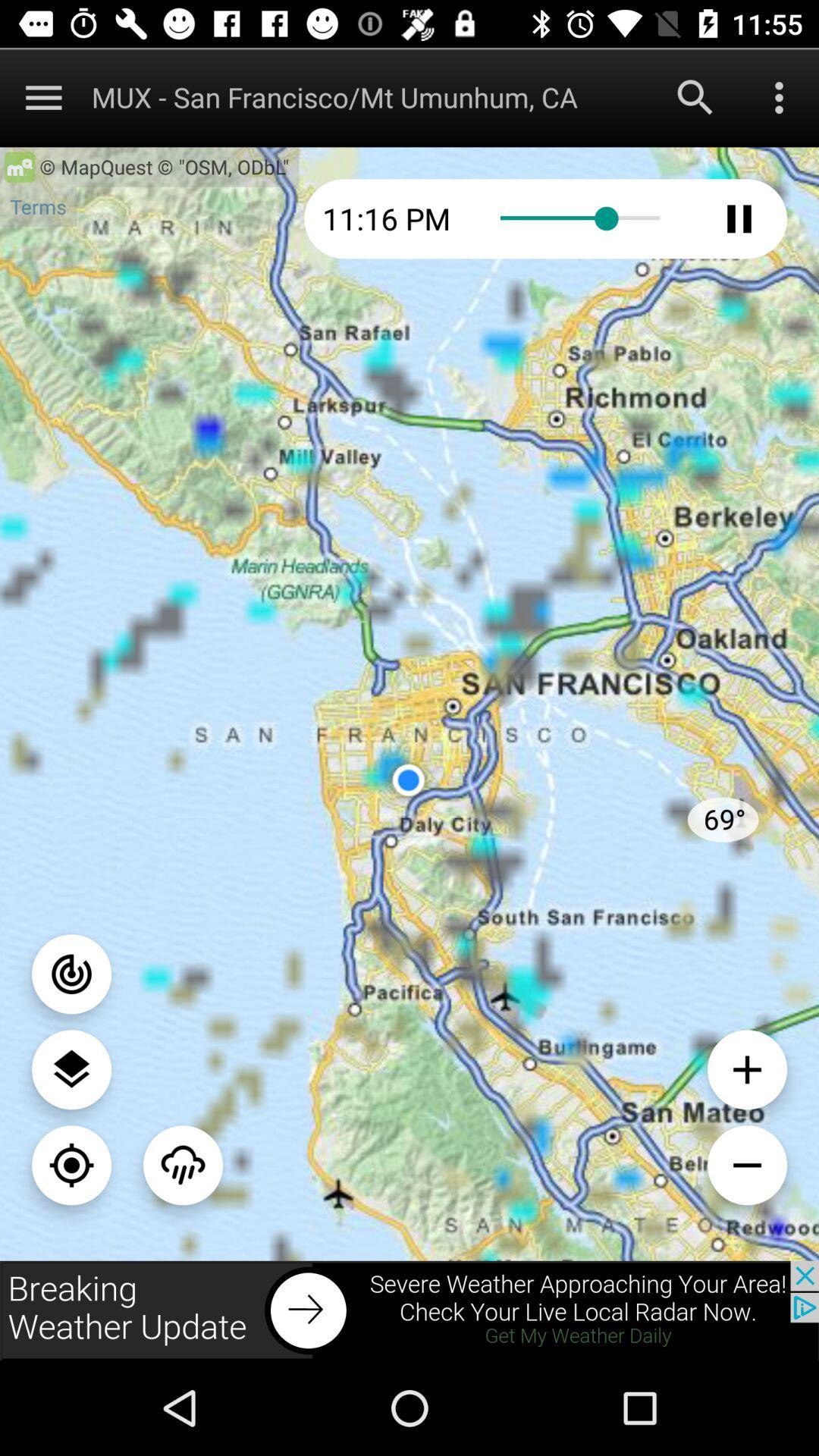  What do you see at coordinates (746, 1164) in the screenshot?
I see `zoom out` at bounding box center [746, 1164].